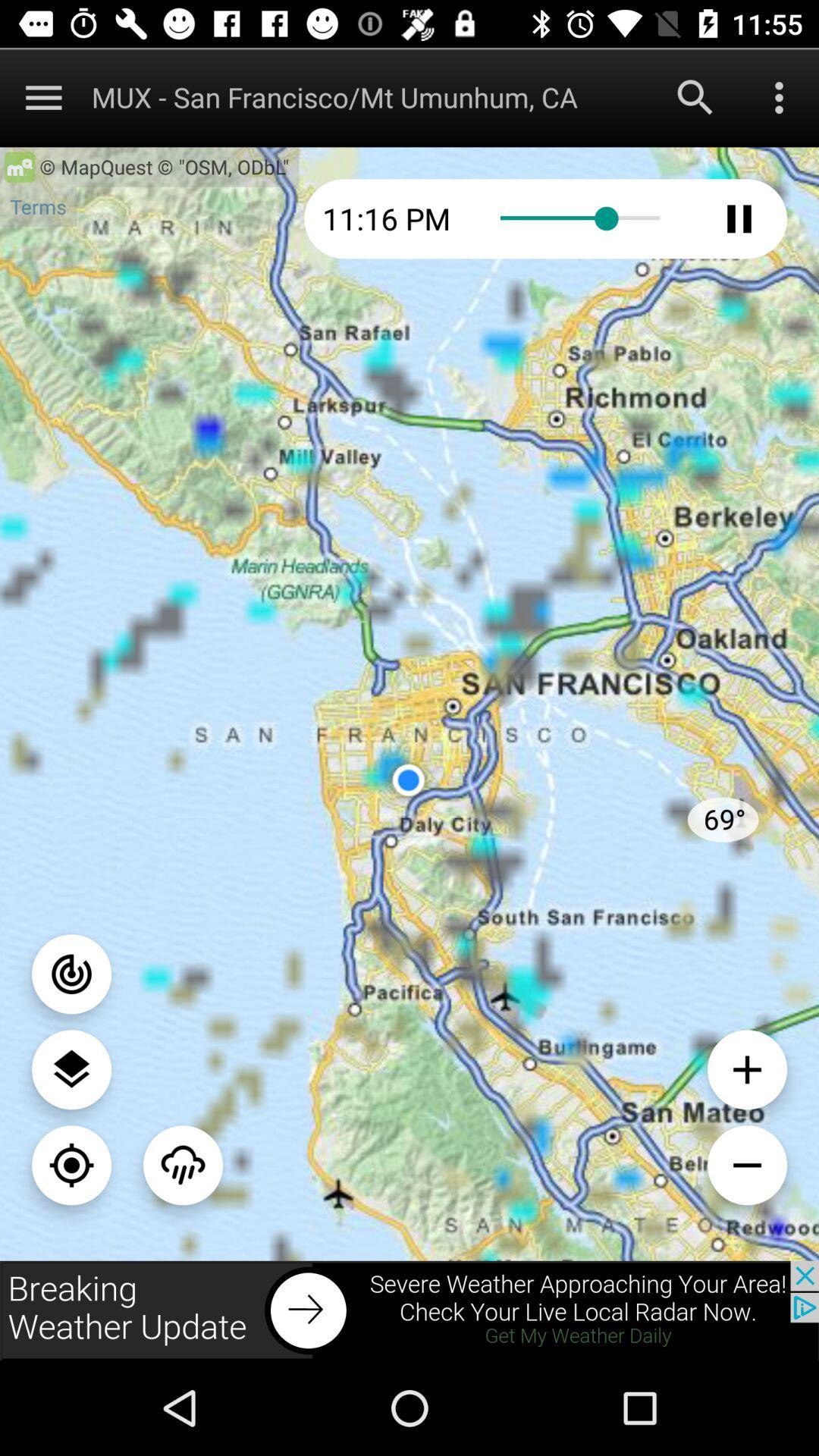  What do you see at coordinates (746, 1164) in the screenshot?
I see `zoom out` at bounding box center [746, 1164].